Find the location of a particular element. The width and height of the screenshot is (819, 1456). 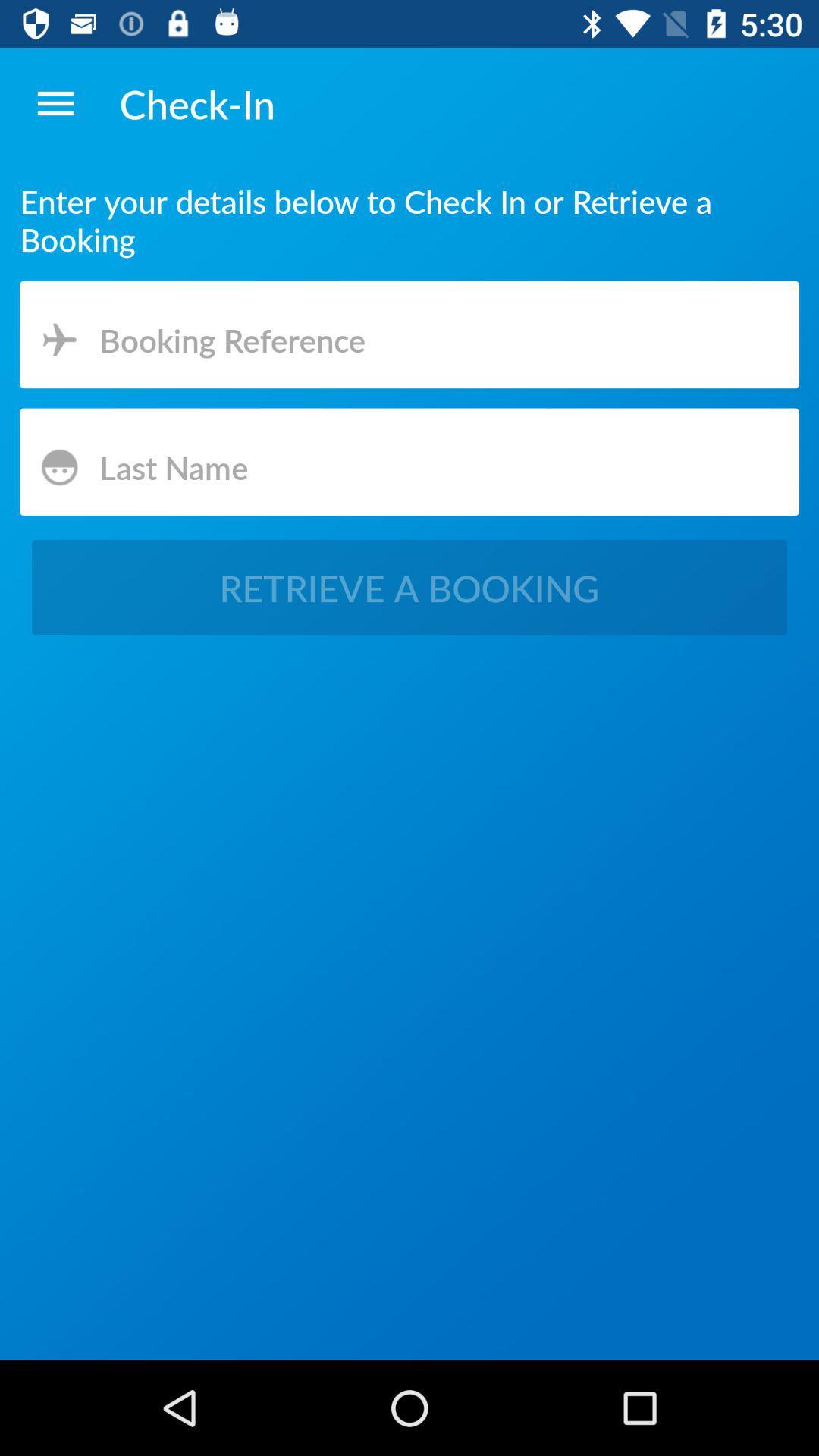

booking preference is located at coordinates (409, 336).